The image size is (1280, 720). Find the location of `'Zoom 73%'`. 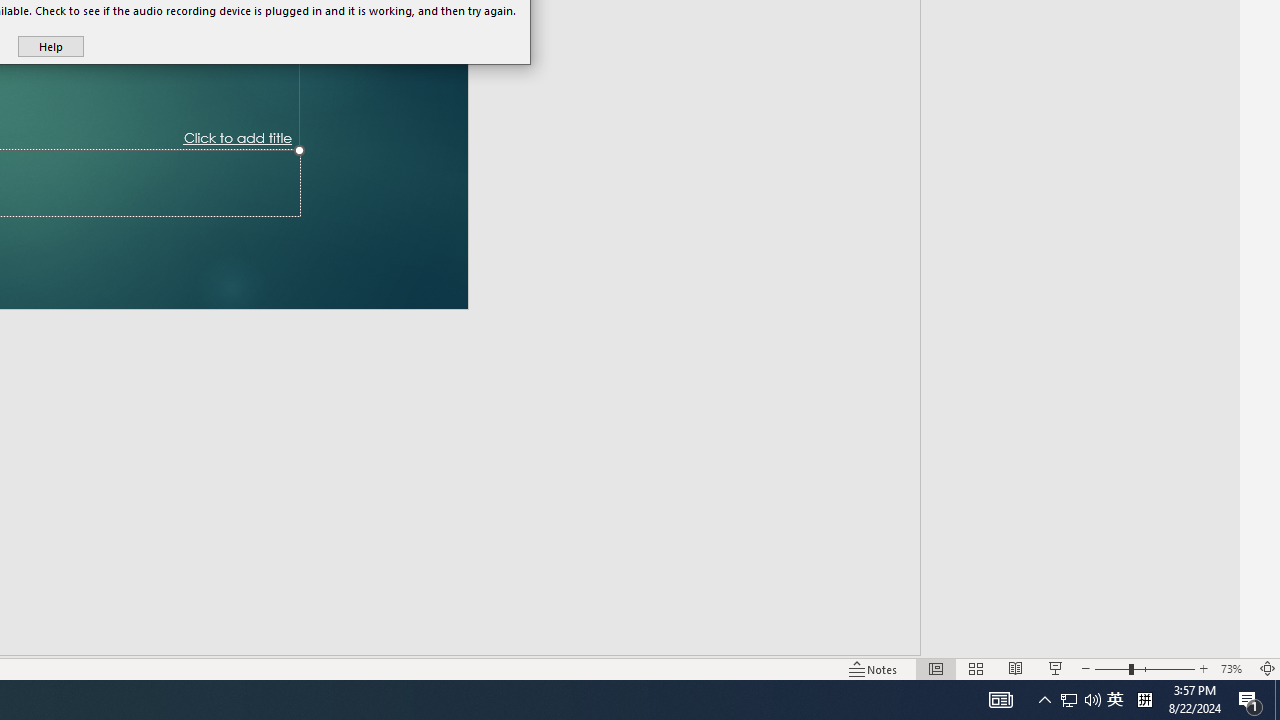

'Zoom 73%' is located at coordinates (1233, 669).